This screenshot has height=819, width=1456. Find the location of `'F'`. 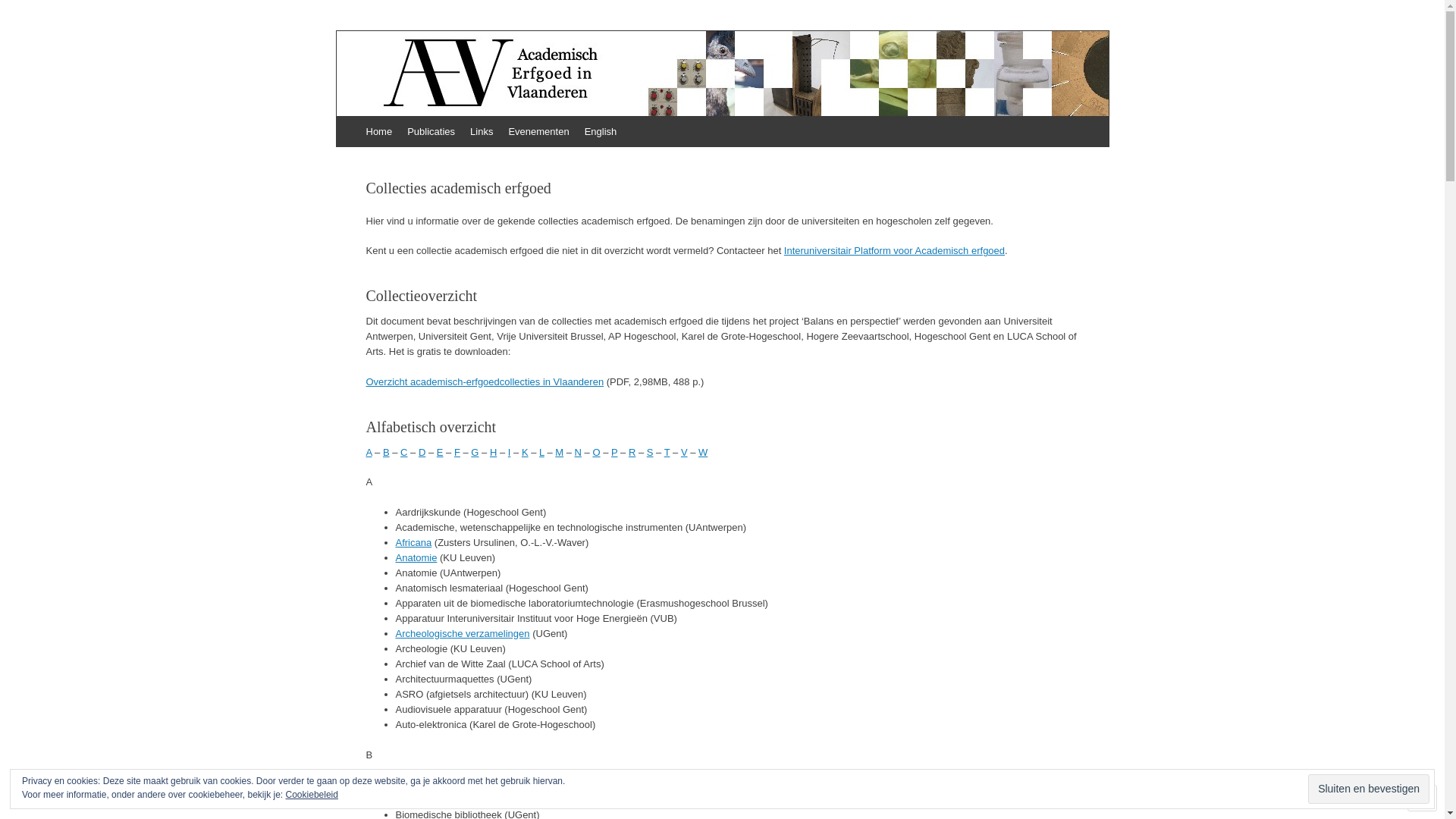

'F' is located at coordinates (457, 450).